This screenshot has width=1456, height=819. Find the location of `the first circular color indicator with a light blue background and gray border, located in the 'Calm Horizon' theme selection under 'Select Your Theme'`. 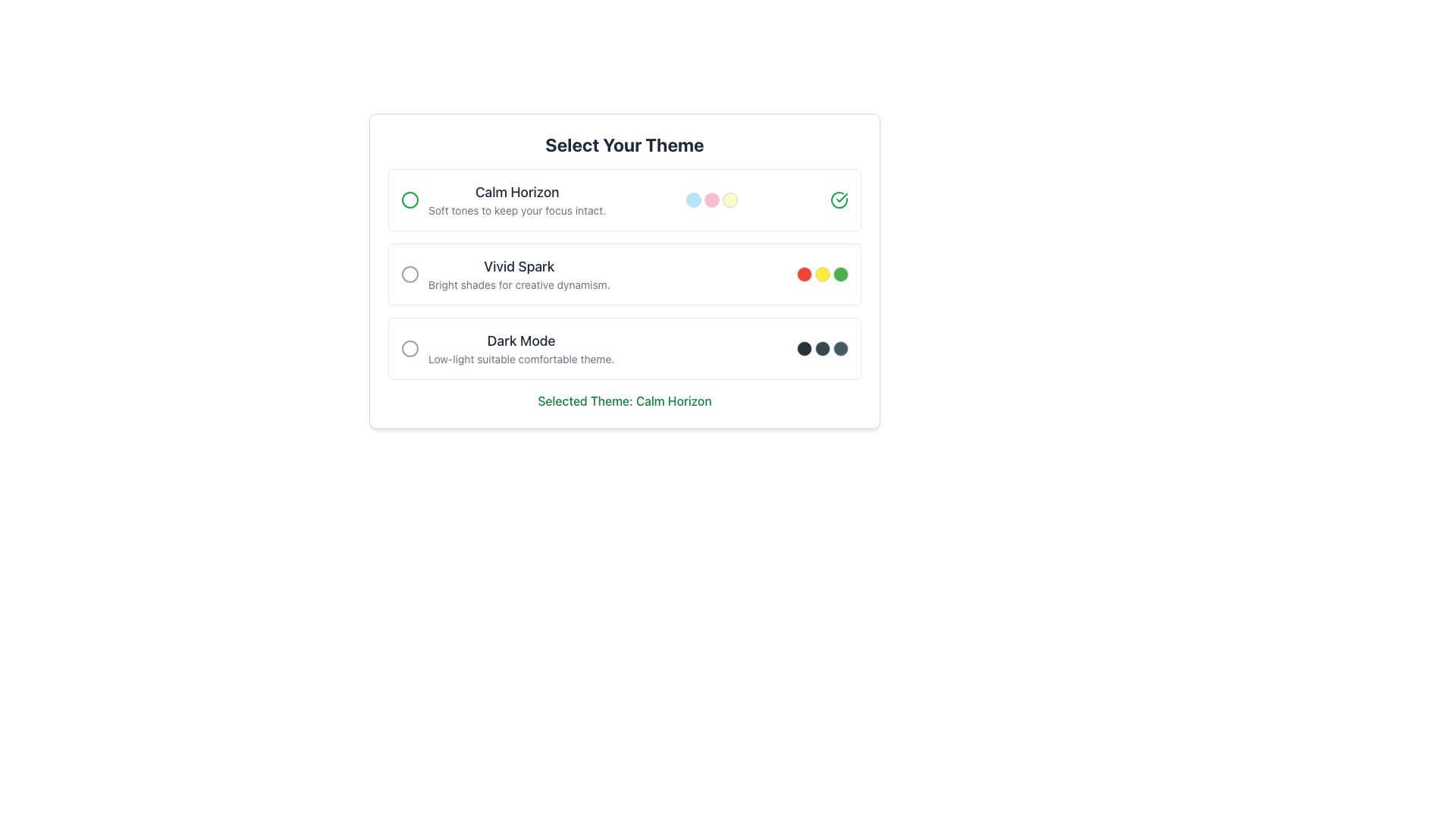

the first circular color indicator with a light blue background and gray border, located in the 'Calm Horizon' theme selection under 'Select Your Theme' is located at coordinates (693, 199).